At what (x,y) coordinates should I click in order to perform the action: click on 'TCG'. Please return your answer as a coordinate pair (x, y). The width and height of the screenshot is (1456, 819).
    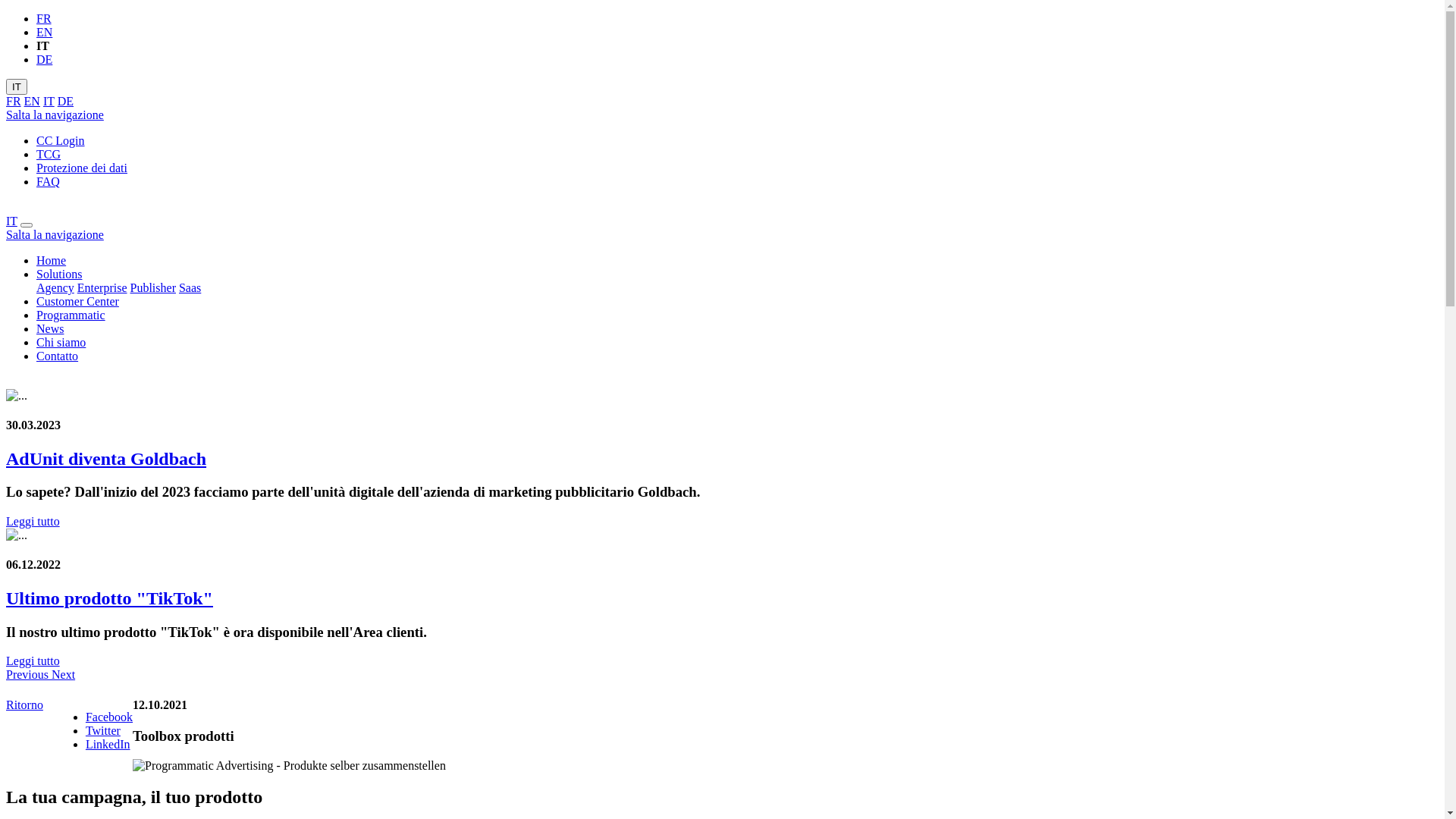
    Looking at the image, I should click on (48, 154).